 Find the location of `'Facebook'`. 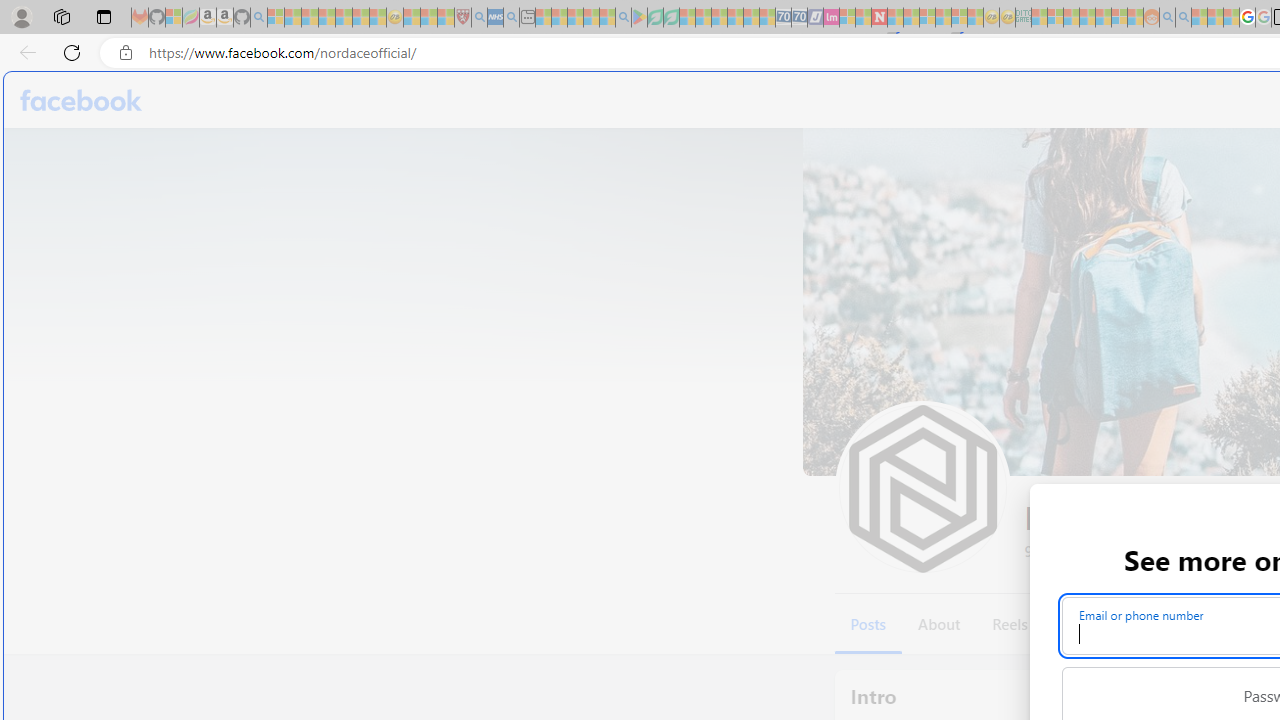

'Facebook' is located at coordinates (80, 100).